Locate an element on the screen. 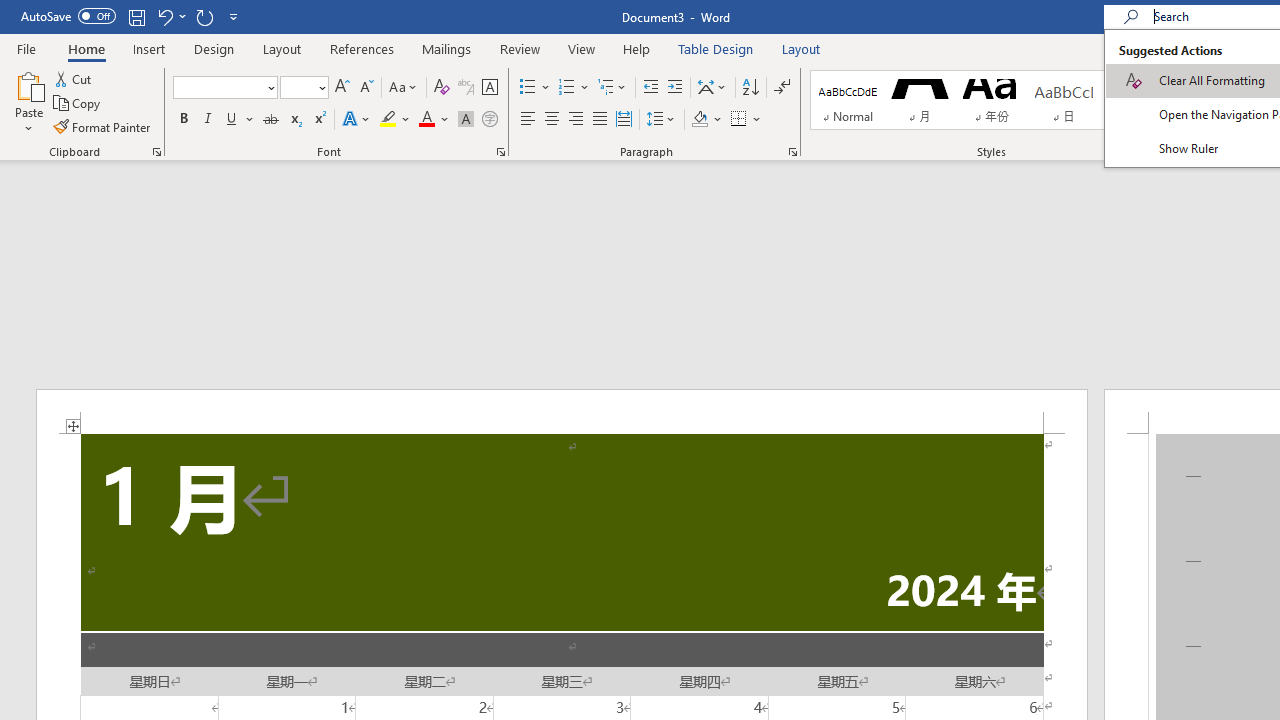 This screenshot has height=720, width=1280. 'Font...' is located at coordinates (501, 150).